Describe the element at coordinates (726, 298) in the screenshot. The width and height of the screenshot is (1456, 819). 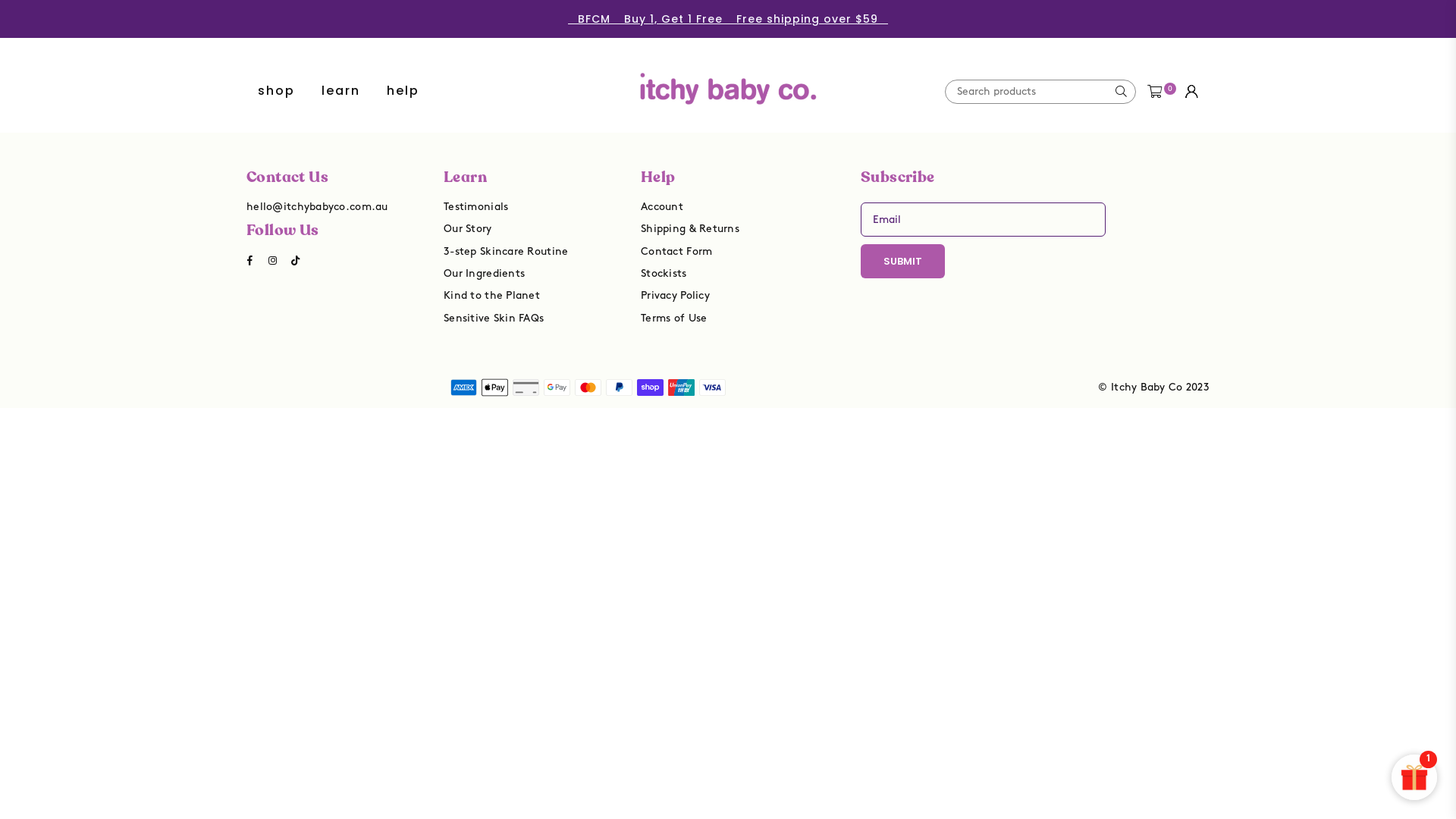
I see `'CONTINUE SHOPPING'` at that location.